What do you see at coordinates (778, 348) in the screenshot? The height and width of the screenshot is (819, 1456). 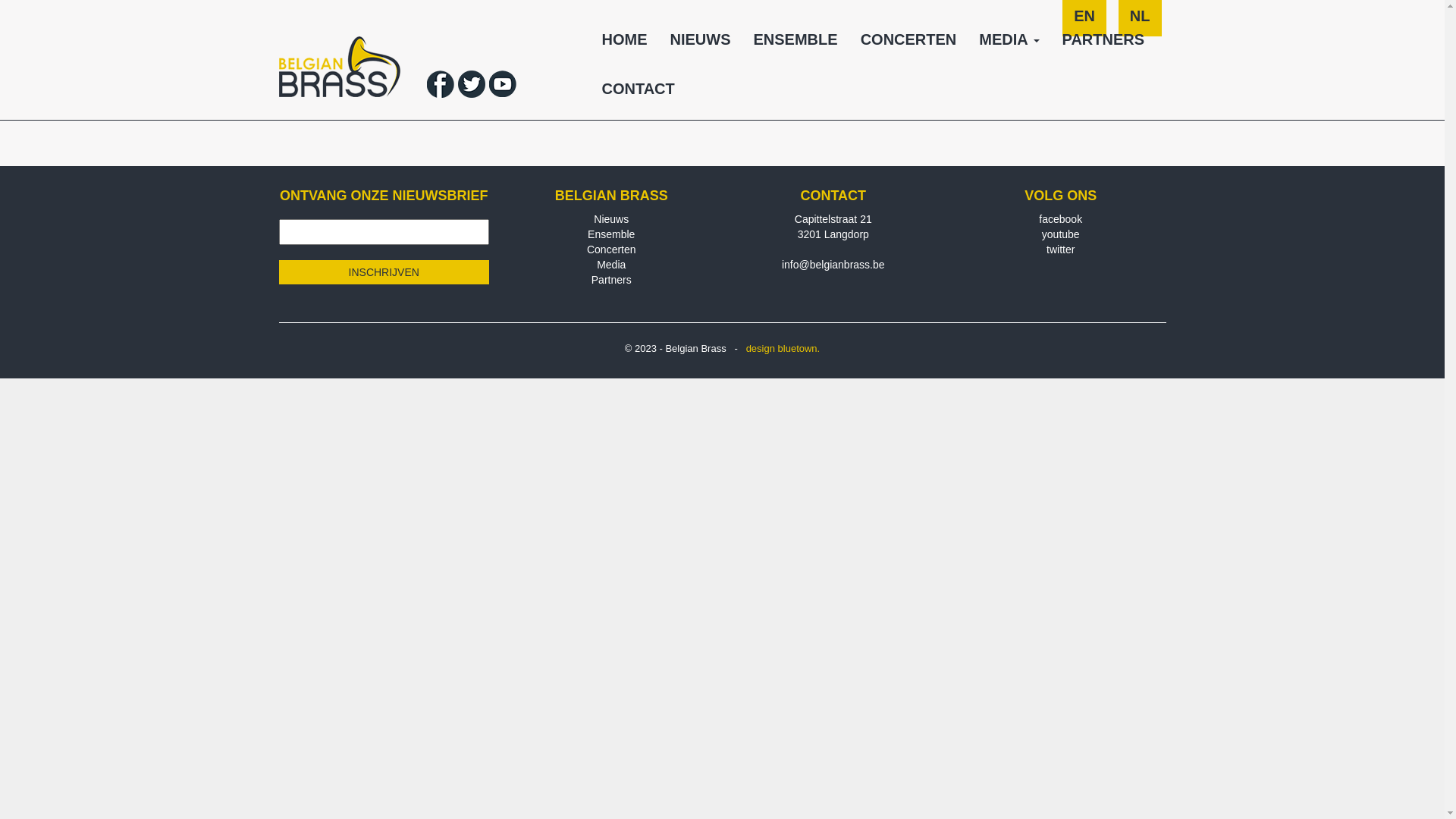 I see `'bluetown.'` at bounding box center [778, 348].